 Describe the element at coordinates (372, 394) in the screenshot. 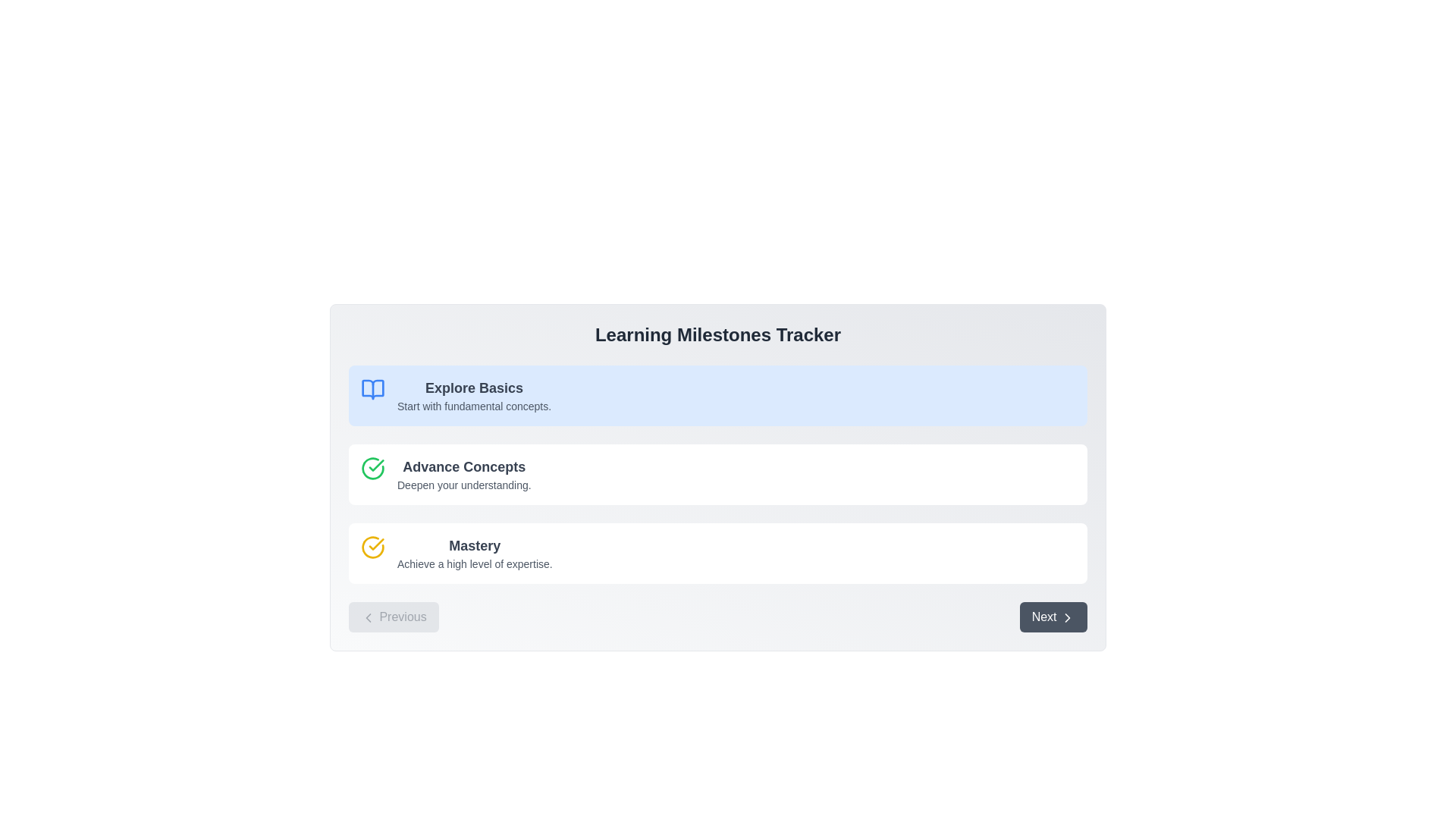

I see `the decorative icon located in the top-left corner of the 'Explore Basics' card, adjacent to the card title` at that location.